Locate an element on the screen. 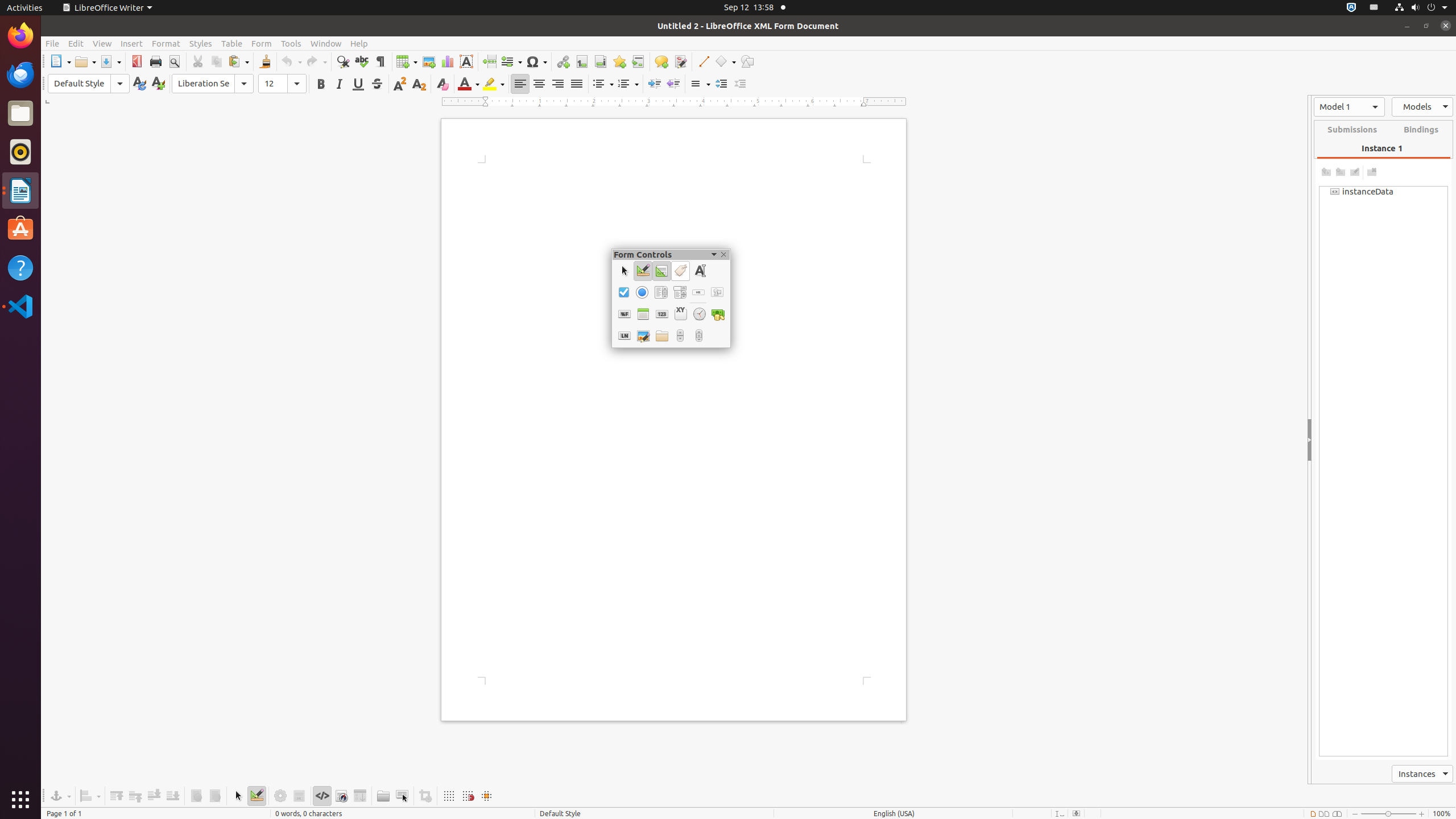 Image resolution: width=1456 pixels, height=819 pixels. 'Push Button' is located at coordinates (698, 292).